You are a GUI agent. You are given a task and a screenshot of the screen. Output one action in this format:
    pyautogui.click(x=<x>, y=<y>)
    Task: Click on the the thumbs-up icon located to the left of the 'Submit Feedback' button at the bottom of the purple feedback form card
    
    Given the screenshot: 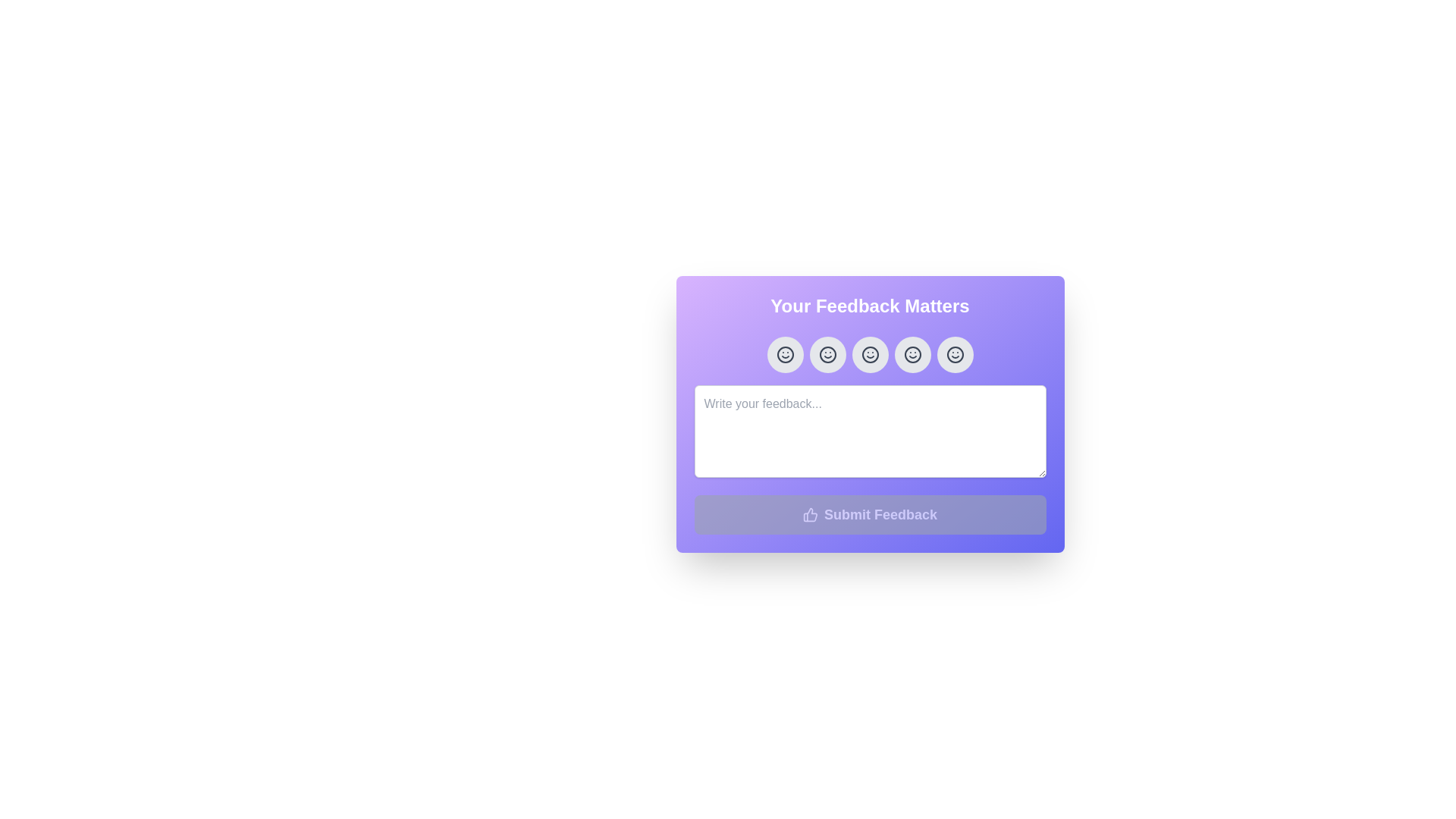 What is the action you would take?
    pyautogui.click(x=810, y=513)
    